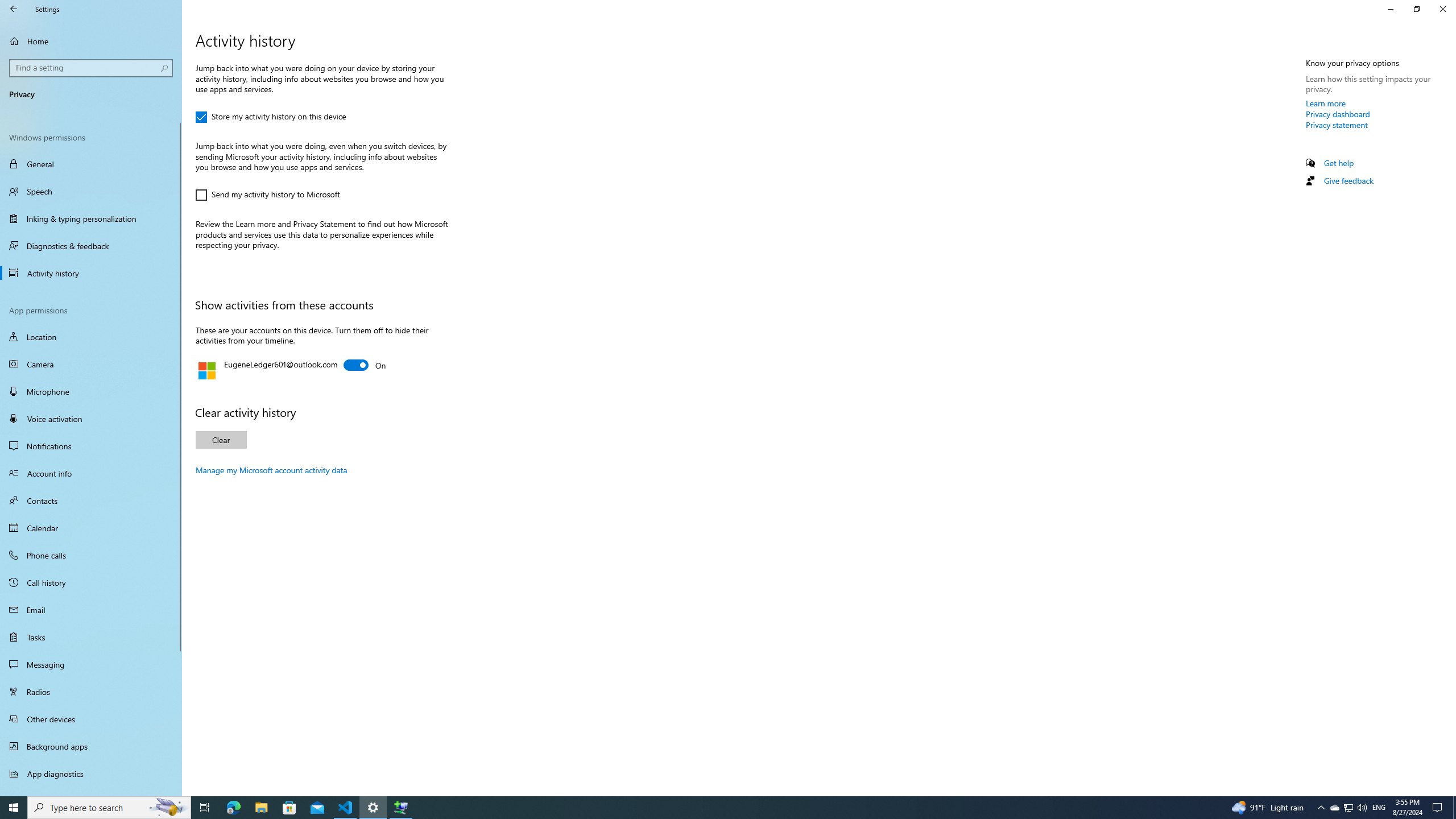 The width and height of the screenshot is (1456, 819). I want to click on 'Privacy statement', so click(1336, 124).